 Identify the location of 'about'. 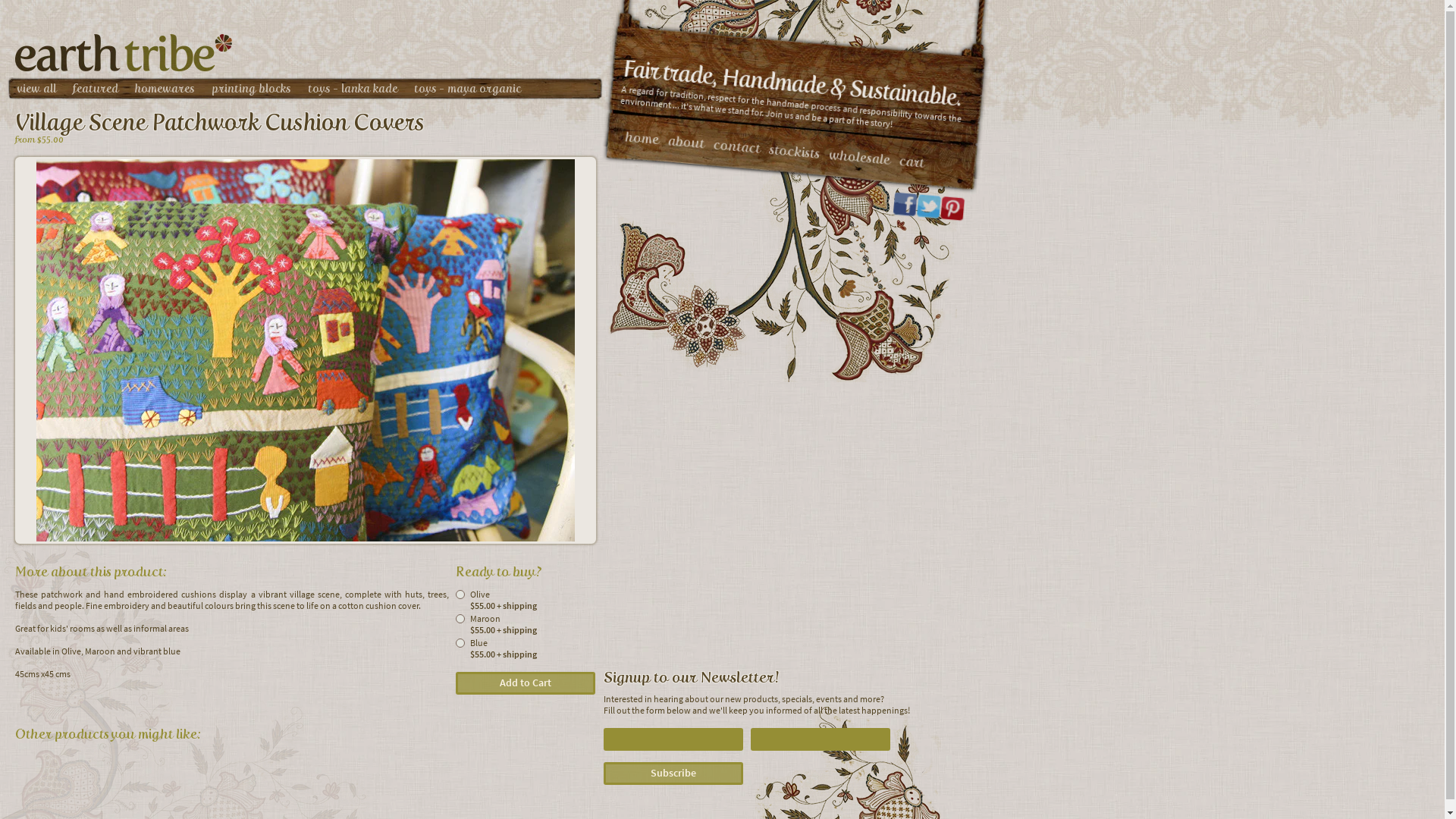
(667, 140).